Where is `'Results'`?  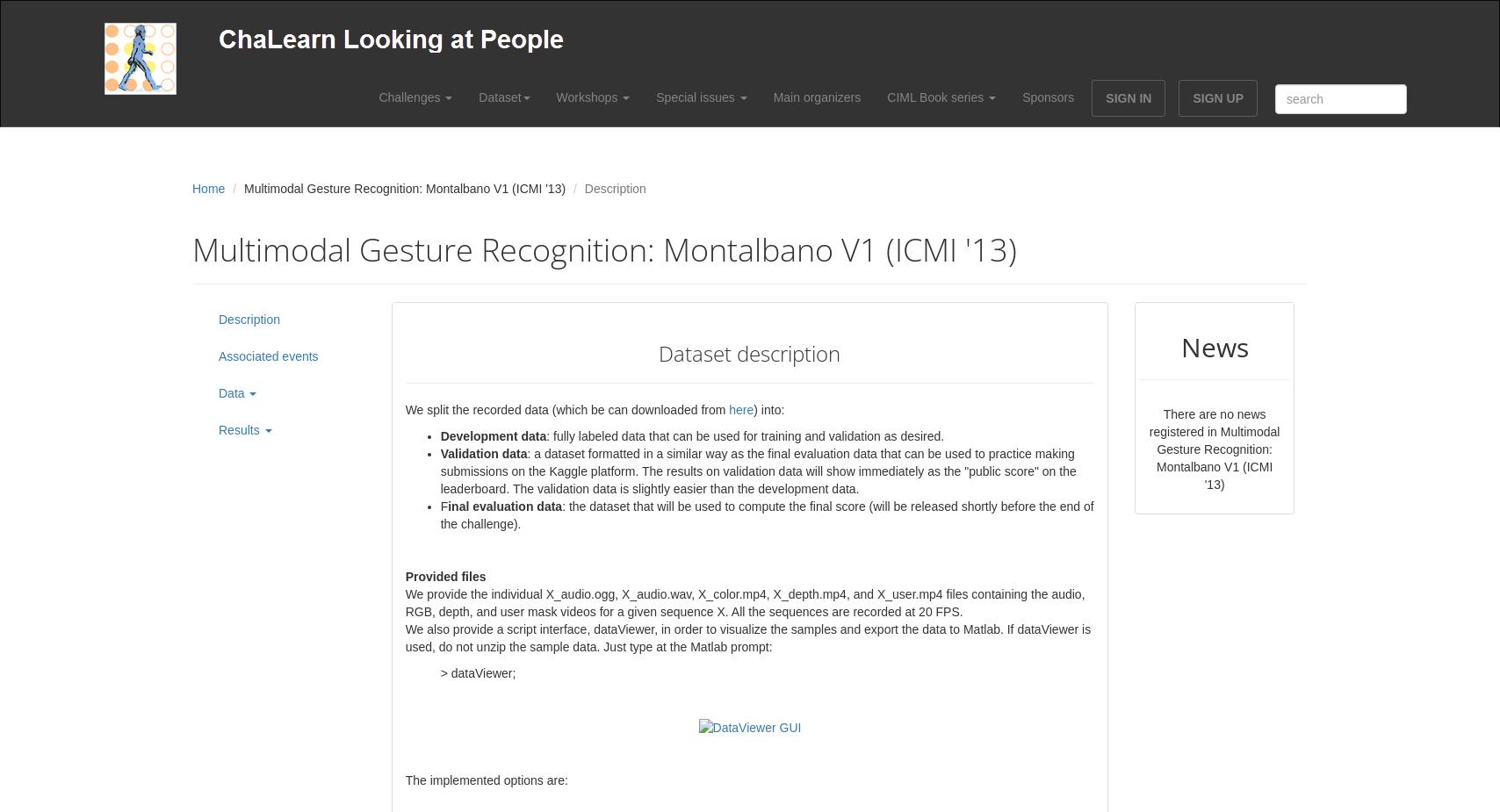 'Results' is located at coordinates (240, 429).